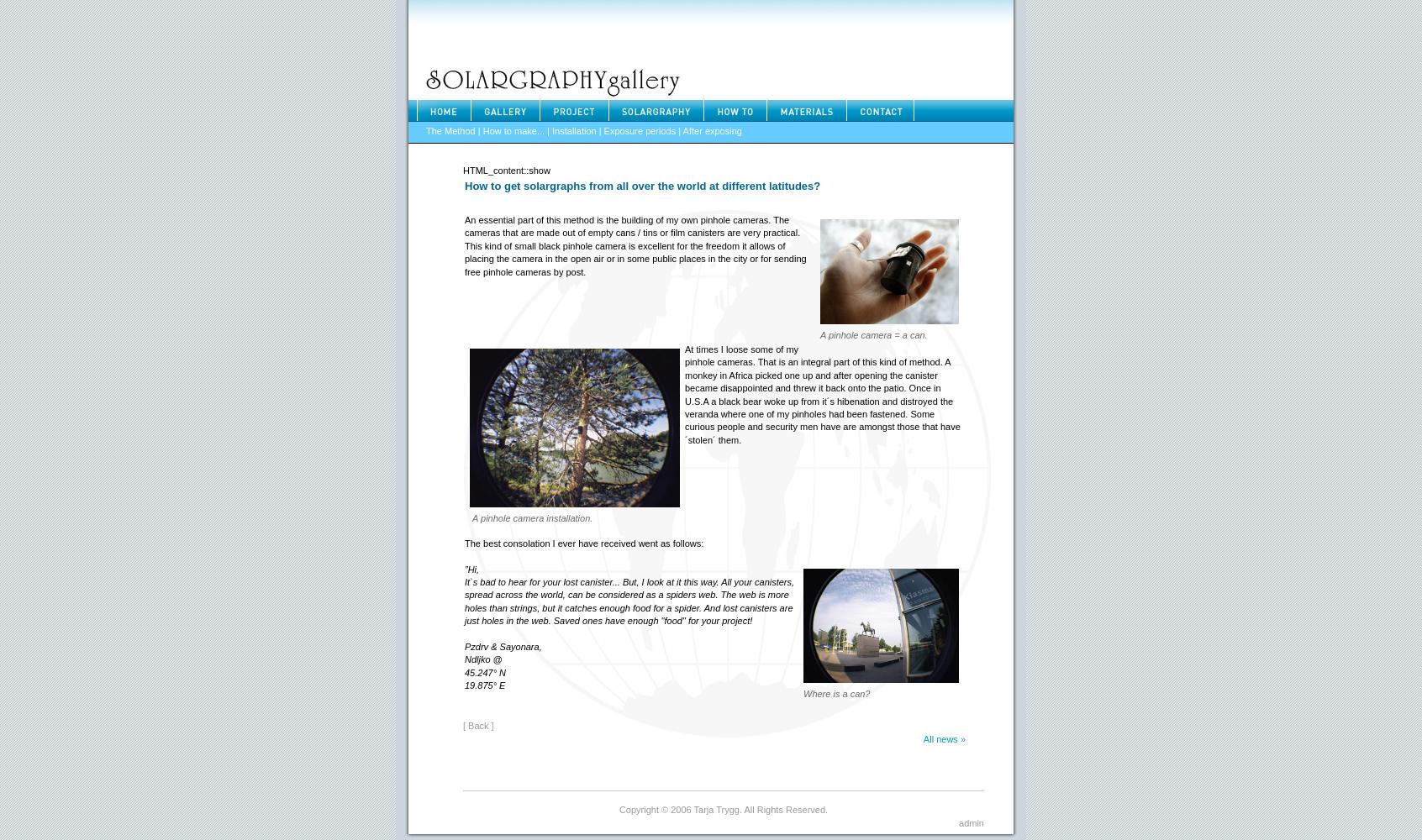 This screenshot has height=840, width=1422. I want to click on 'How to make...', so click(512, 131).